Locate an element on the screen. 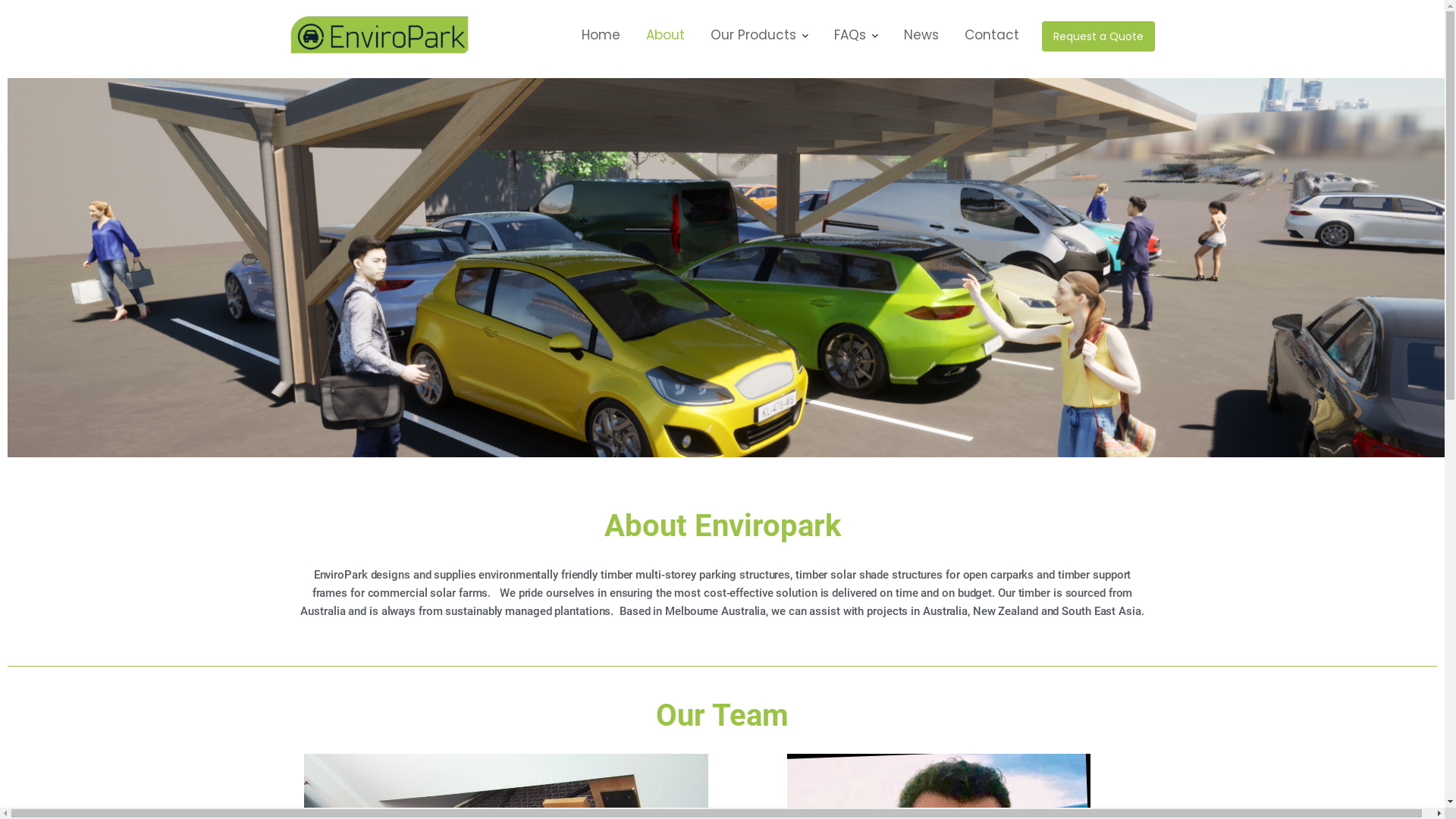  'Request a Quote' is located at coordinates (1098, 35).